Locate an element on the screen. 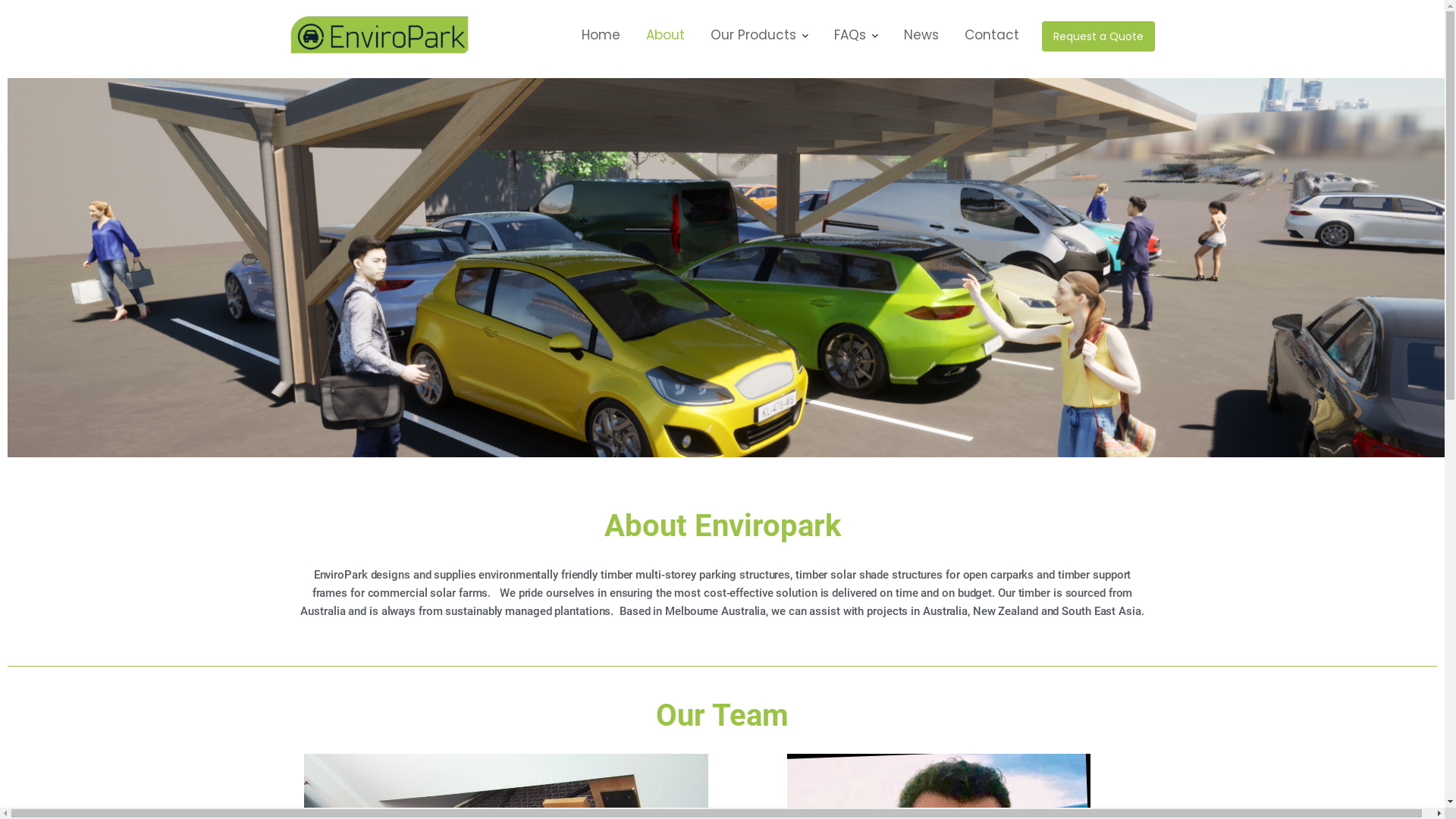  'Request a Quote' is located at coordinates (1098, 35).